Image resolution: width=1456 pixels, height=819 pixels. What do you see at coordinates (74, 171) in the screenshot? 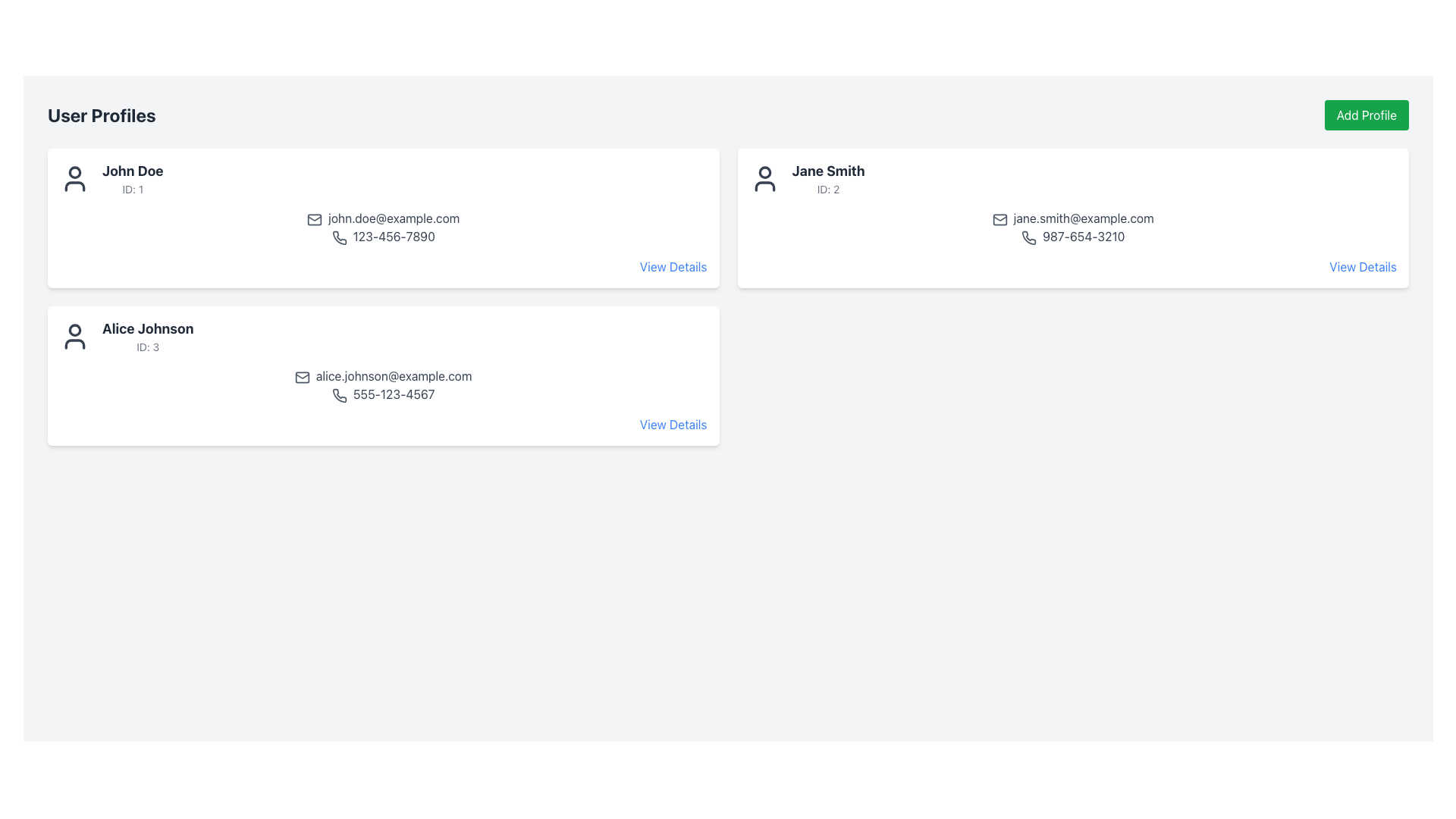
I see `the small circular shape within the user profile card for John Doe located at the top left of the interface` at bounding box center [74, 171].